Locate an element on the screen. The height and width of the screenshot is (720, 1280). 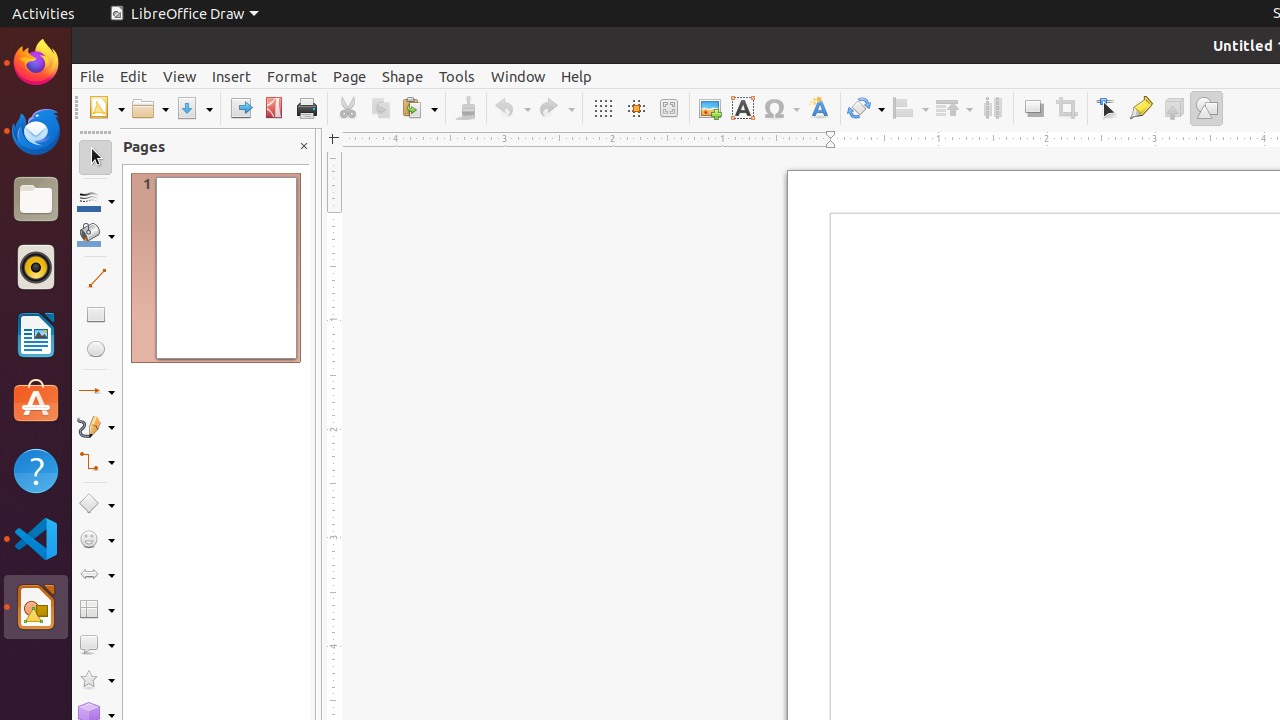
'Clone' is located at coordinates (464, 108).